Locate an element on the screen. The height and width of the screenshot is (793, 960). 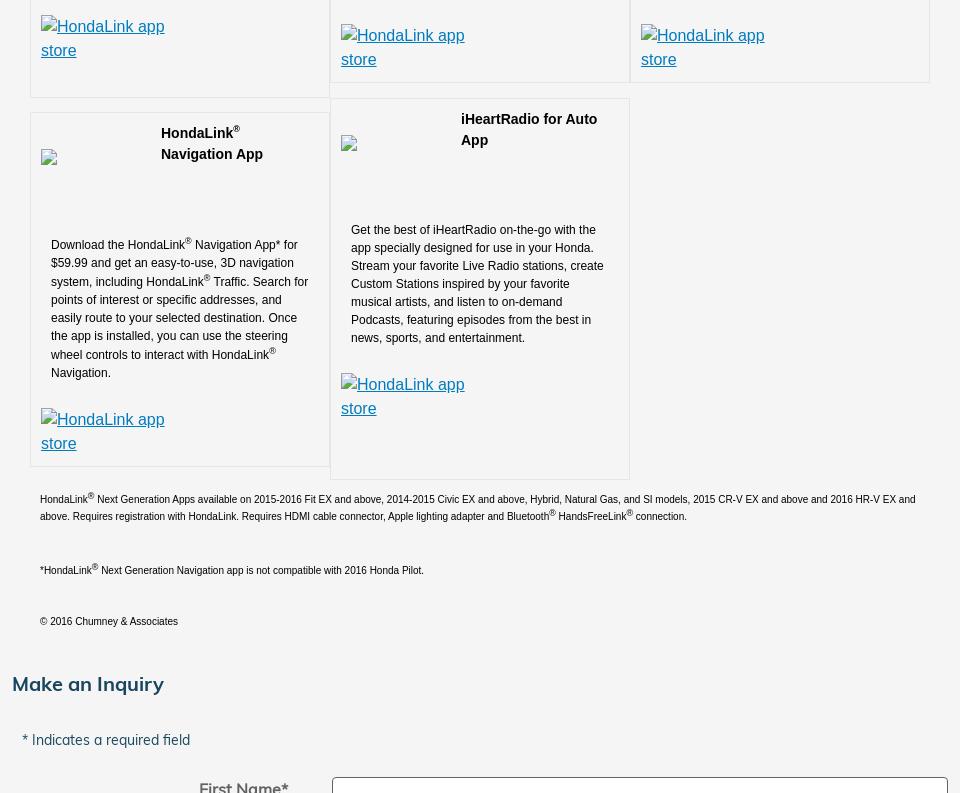
'connection.' is located at coordinates (659, 516).